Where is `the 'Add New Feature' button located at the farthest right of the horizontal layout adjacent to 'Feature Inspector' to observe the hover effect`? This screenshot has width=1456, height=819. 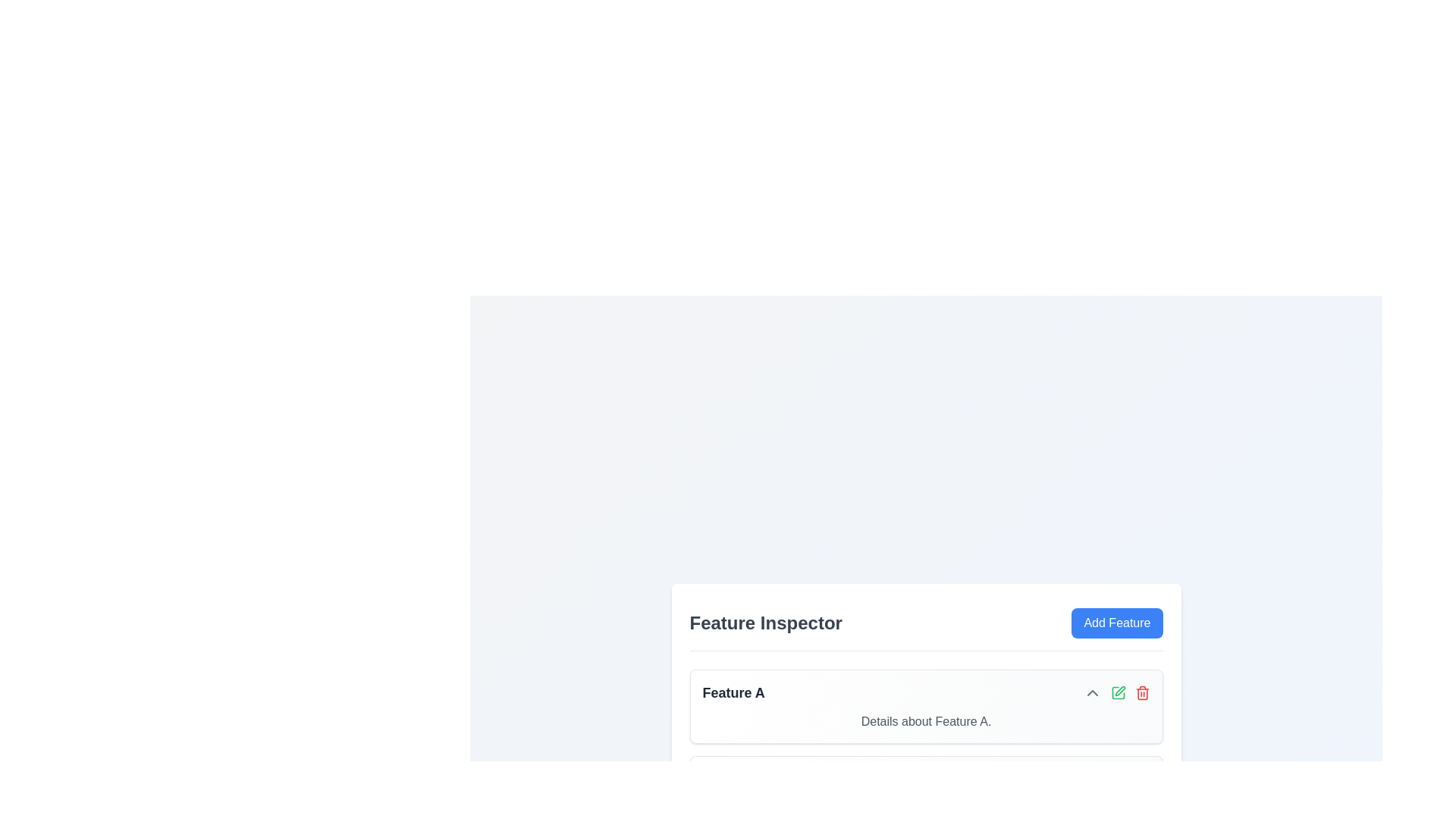 the 'Add New Feature' button located at the farthest right of the horizontal layout adjacent to 'Feature Inspector' to observe the hover effect is located at coordinates (1117, 623).